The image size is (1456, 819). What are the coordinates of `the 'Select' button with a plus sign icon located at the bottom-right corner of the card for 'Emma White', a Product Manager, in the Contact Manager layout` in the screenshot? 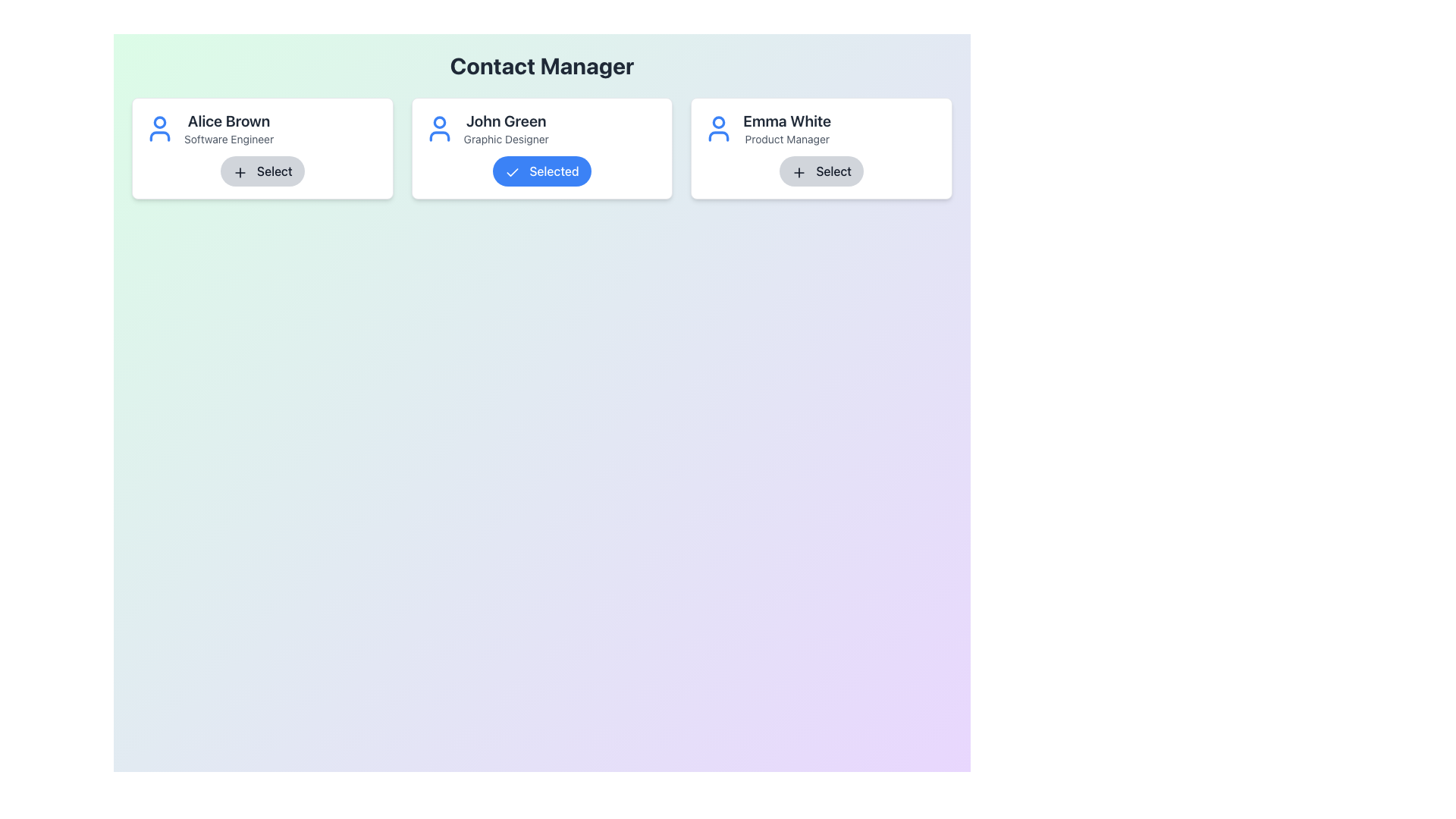 It's located at (821, 171).